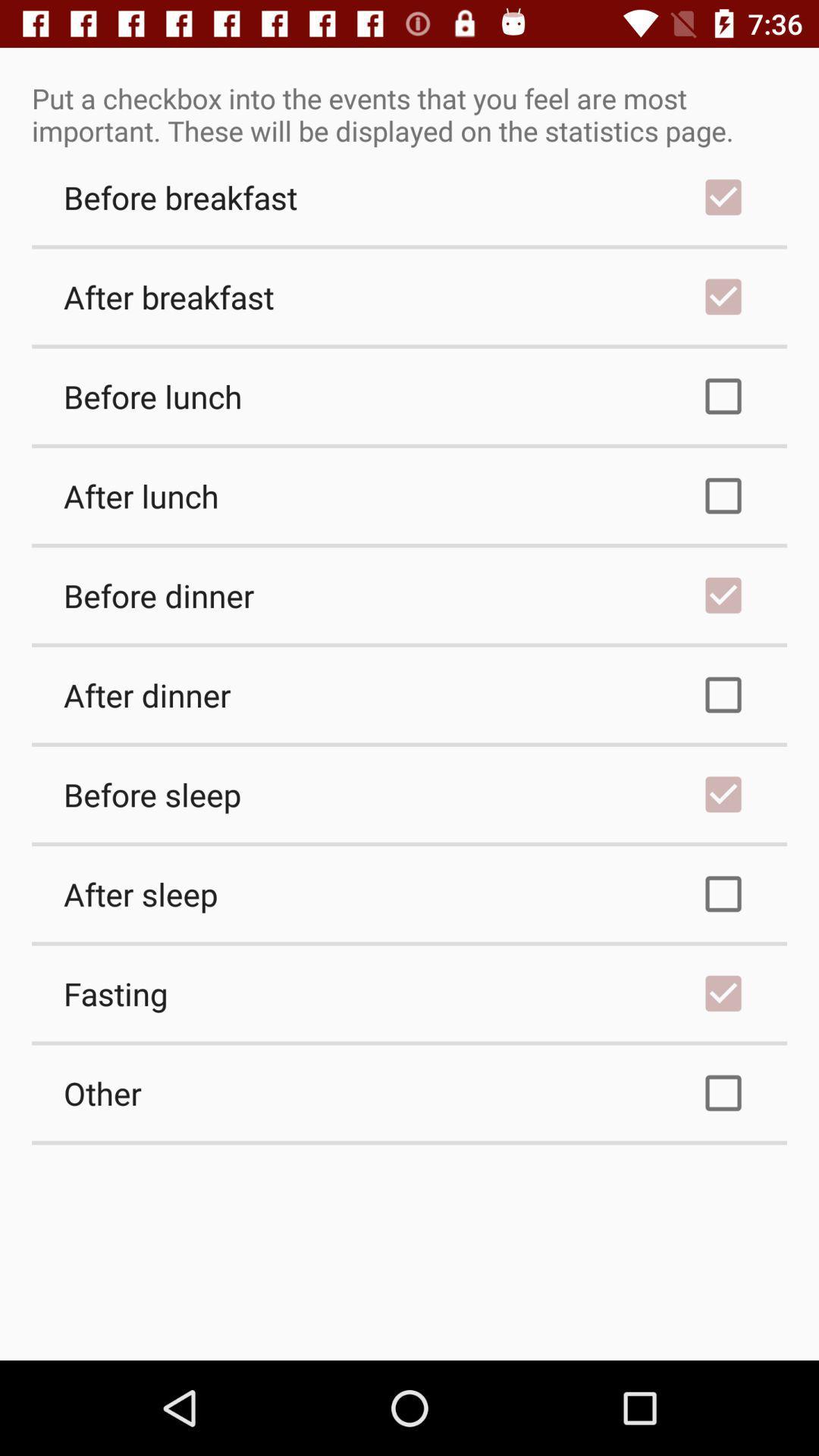 This screenshot has width=819, height=1456. I want to click on checkbox below after dinner checkbox, so click(409, 793).